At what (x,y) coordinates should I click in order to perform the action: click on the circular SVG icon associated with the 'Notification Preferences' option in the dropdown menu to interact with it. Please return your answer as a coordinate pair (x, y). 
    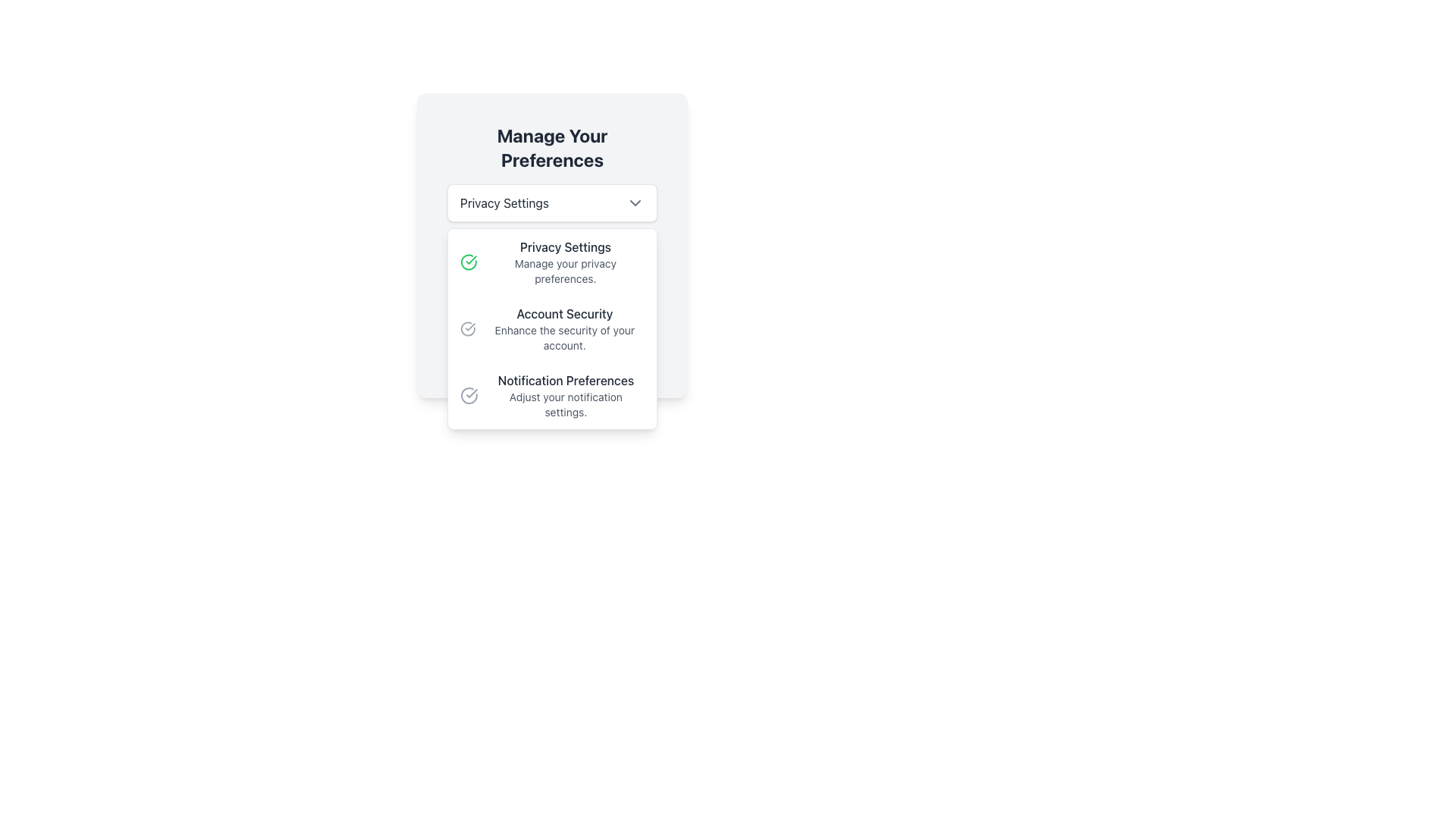
    Looking at the image, I should click on (469, 394).